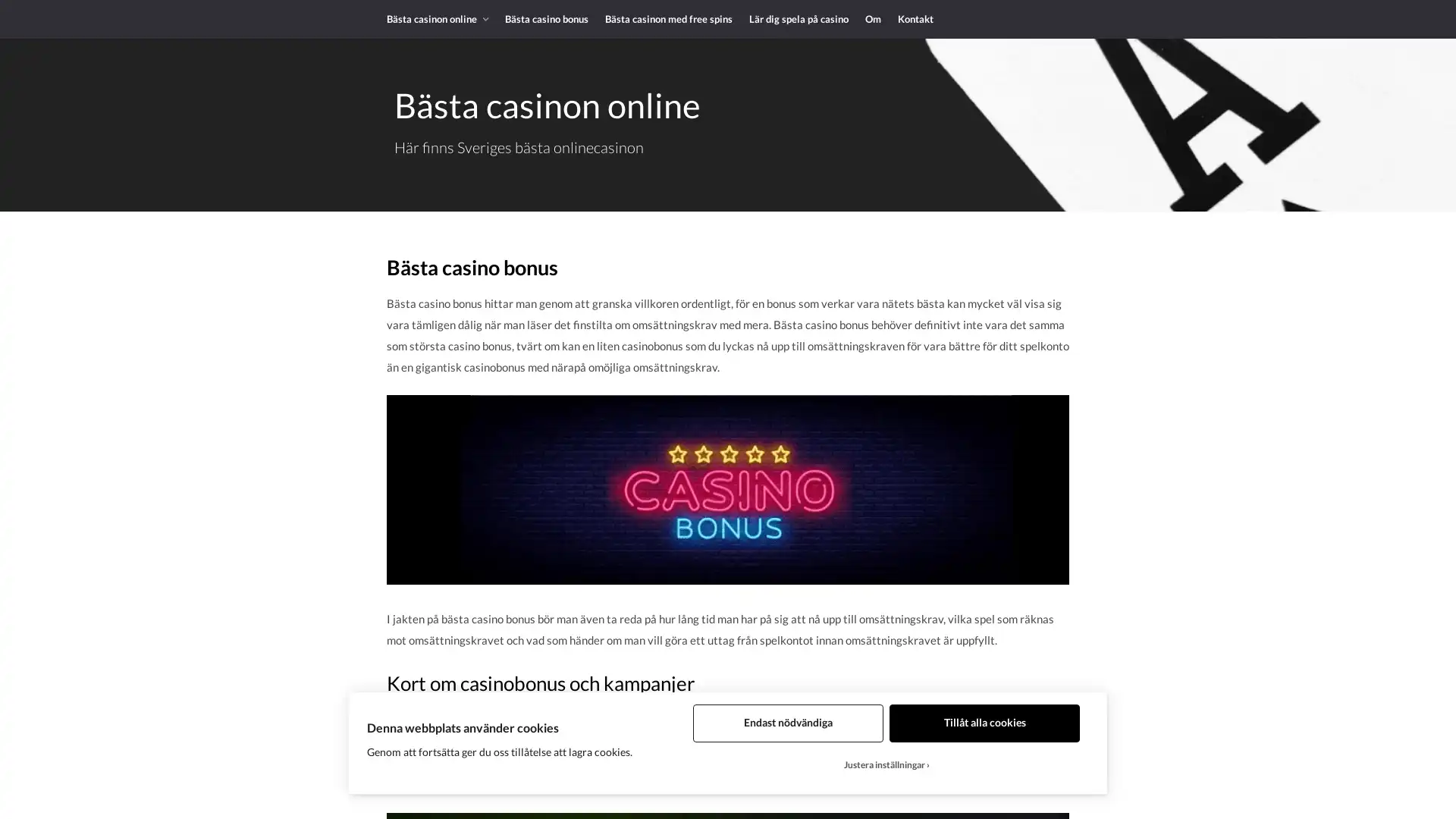 This screenshot has height=819, width=1456. Describe the element at coordinates (984, 722) in the screenshot. I see `Tillat alla cookies` at that location.